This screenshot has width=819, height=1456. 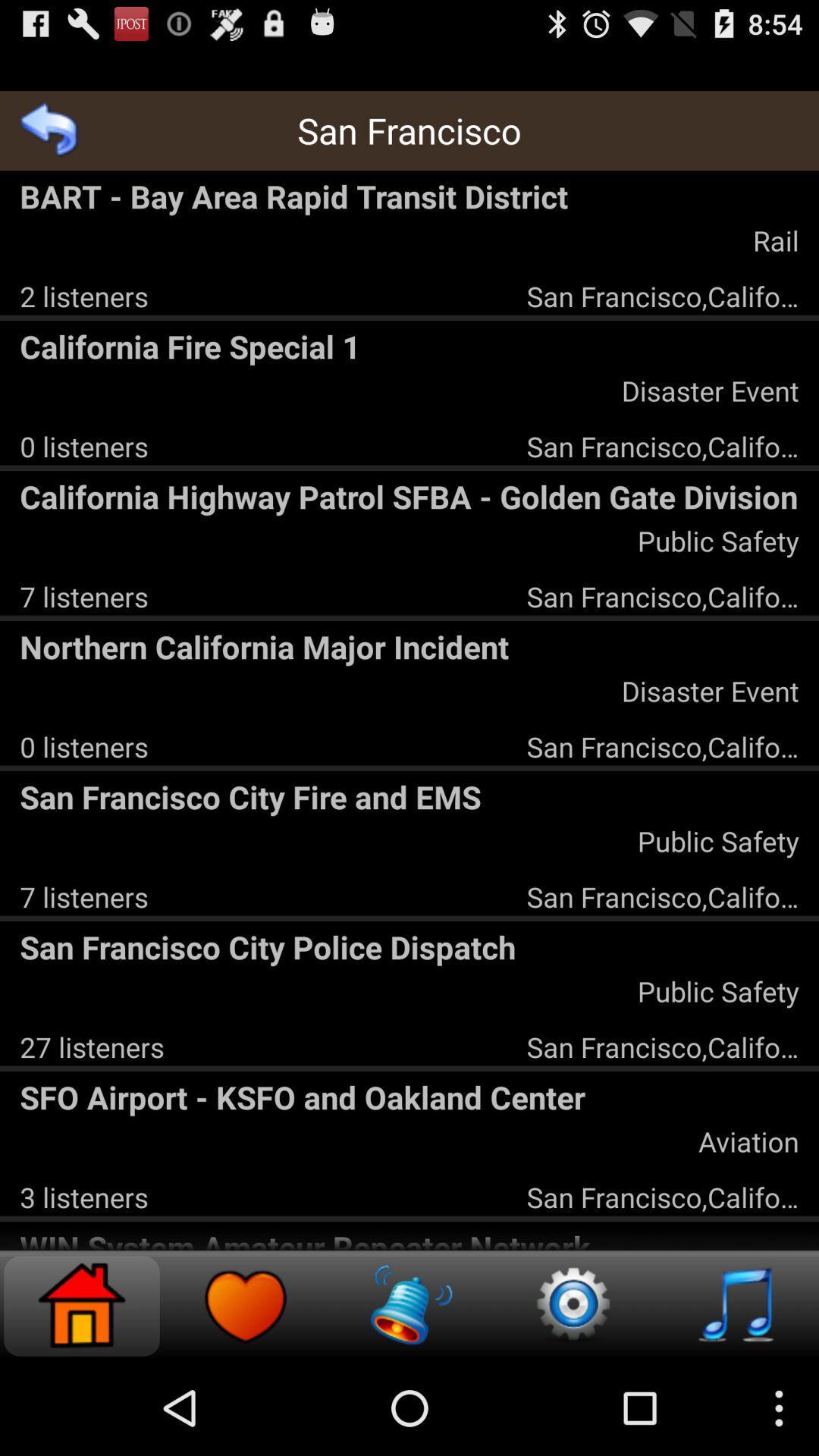 I want to click on the app above the bart bay area, so click(x=49, y=130).